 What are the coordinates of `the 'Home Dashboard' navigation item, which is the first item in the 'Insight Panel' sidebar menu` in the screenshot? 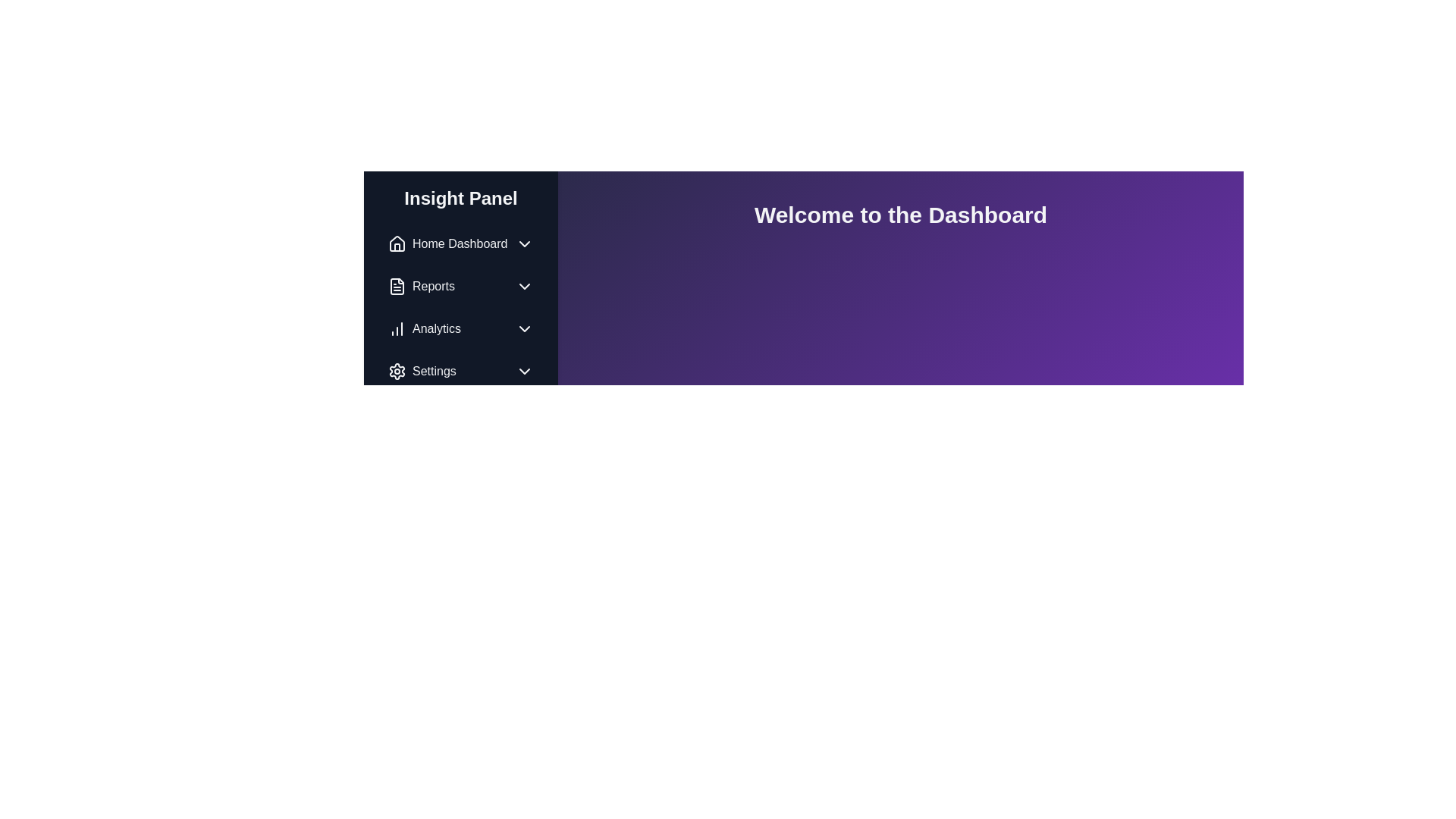 It's located at (447, 243).